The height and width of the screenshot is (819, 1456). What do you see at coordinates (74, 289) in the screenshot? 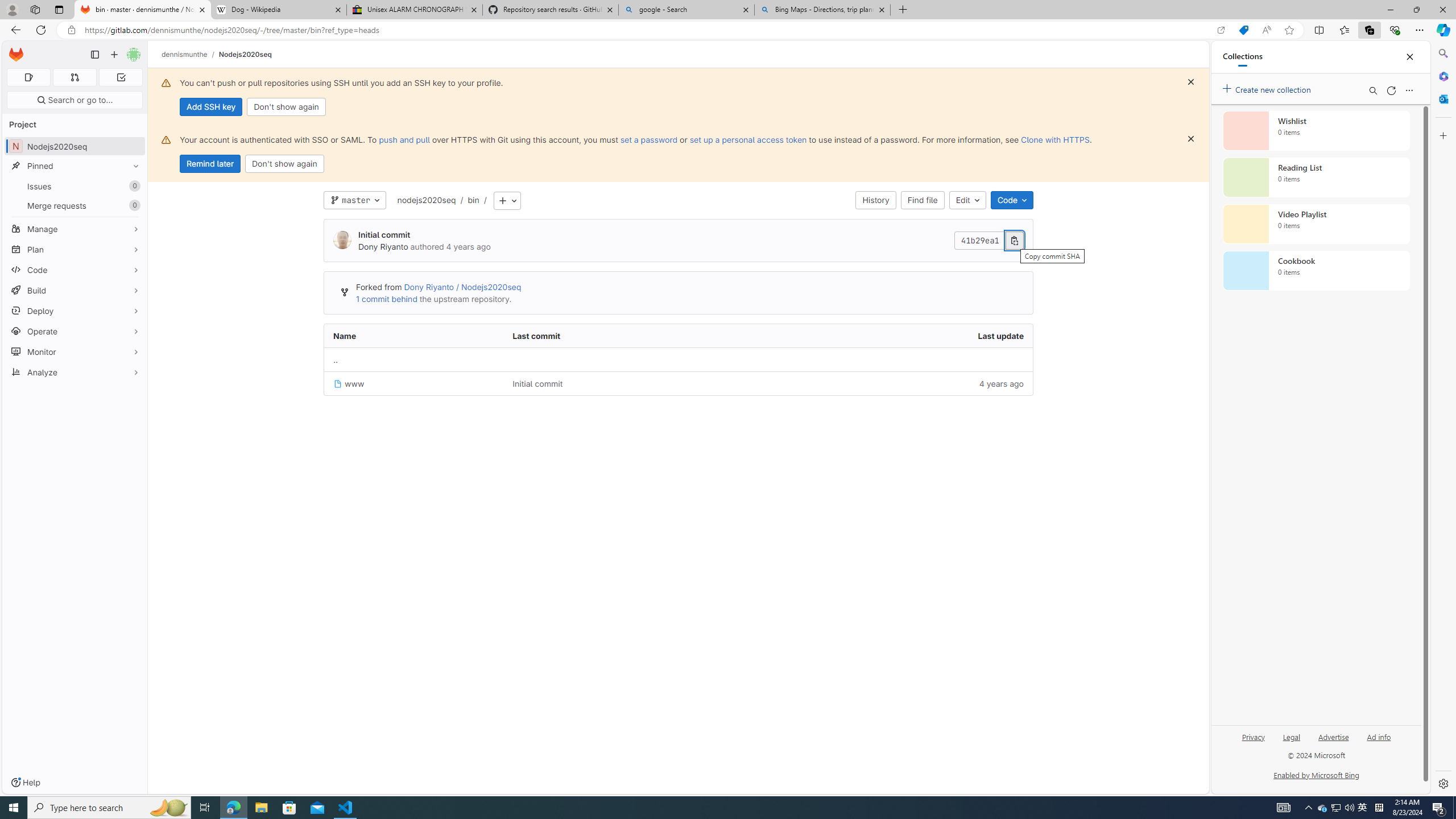
I see `'Build'` at bounding box center [74, 289].